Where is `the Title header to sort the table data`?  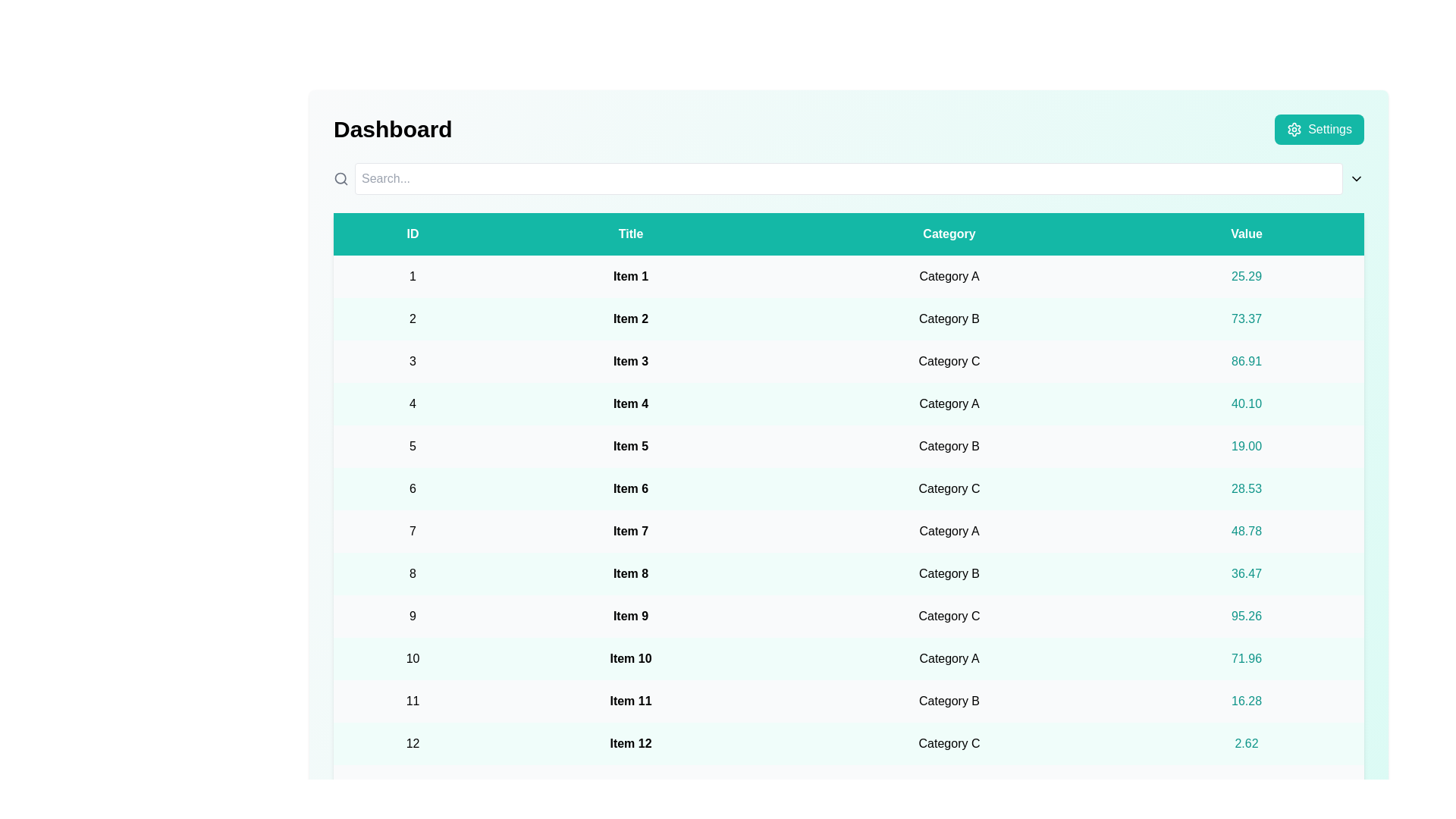 the Title header to sort the table data is located at coordinates (630, 234).